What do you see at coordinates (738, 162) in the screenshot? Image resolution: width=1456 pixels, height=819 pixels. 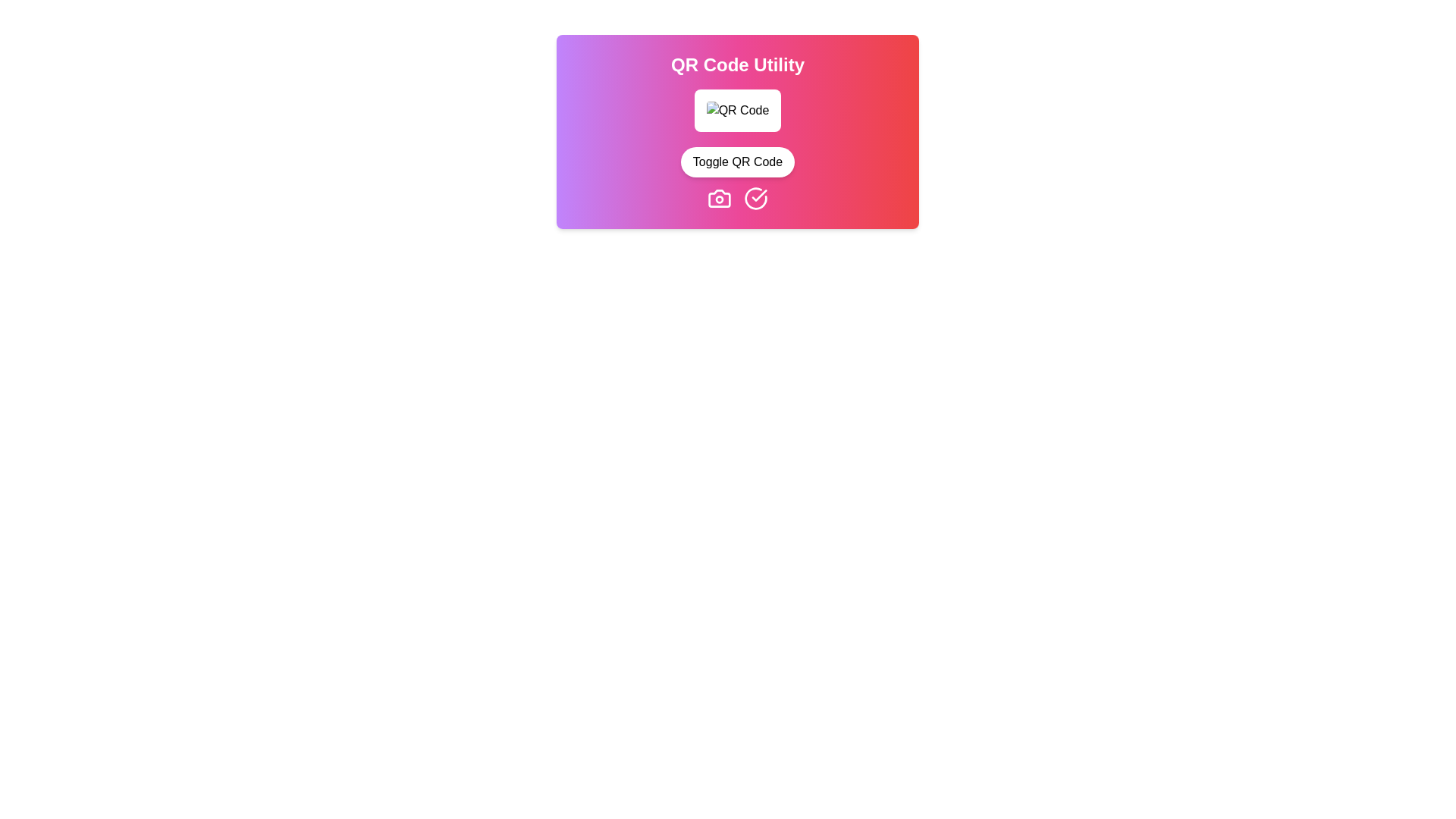 I see `the button located centrally beneath the 'QR Code' section` at bounding box center [738, 162].